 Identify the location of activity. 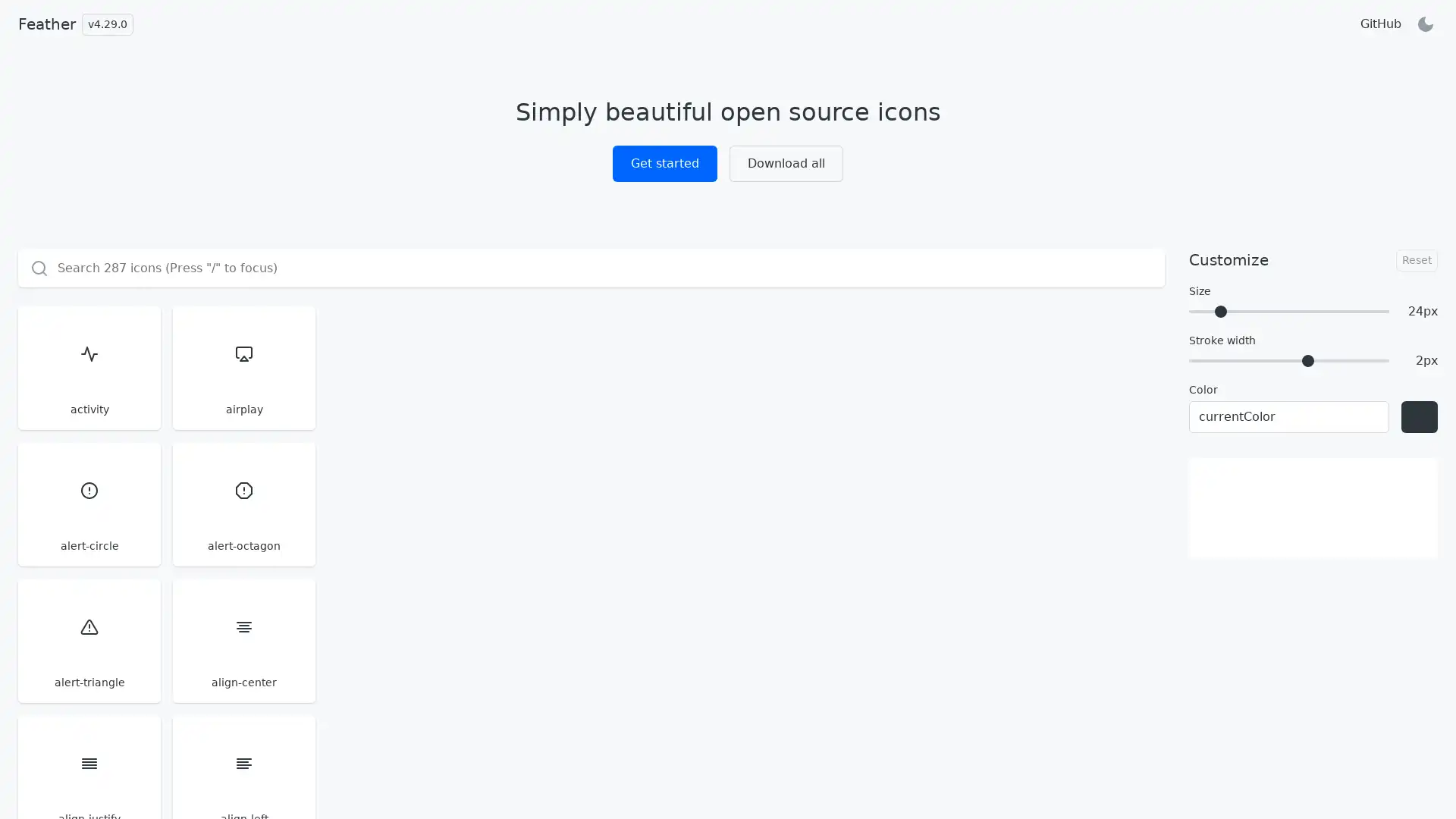
(75, 368).